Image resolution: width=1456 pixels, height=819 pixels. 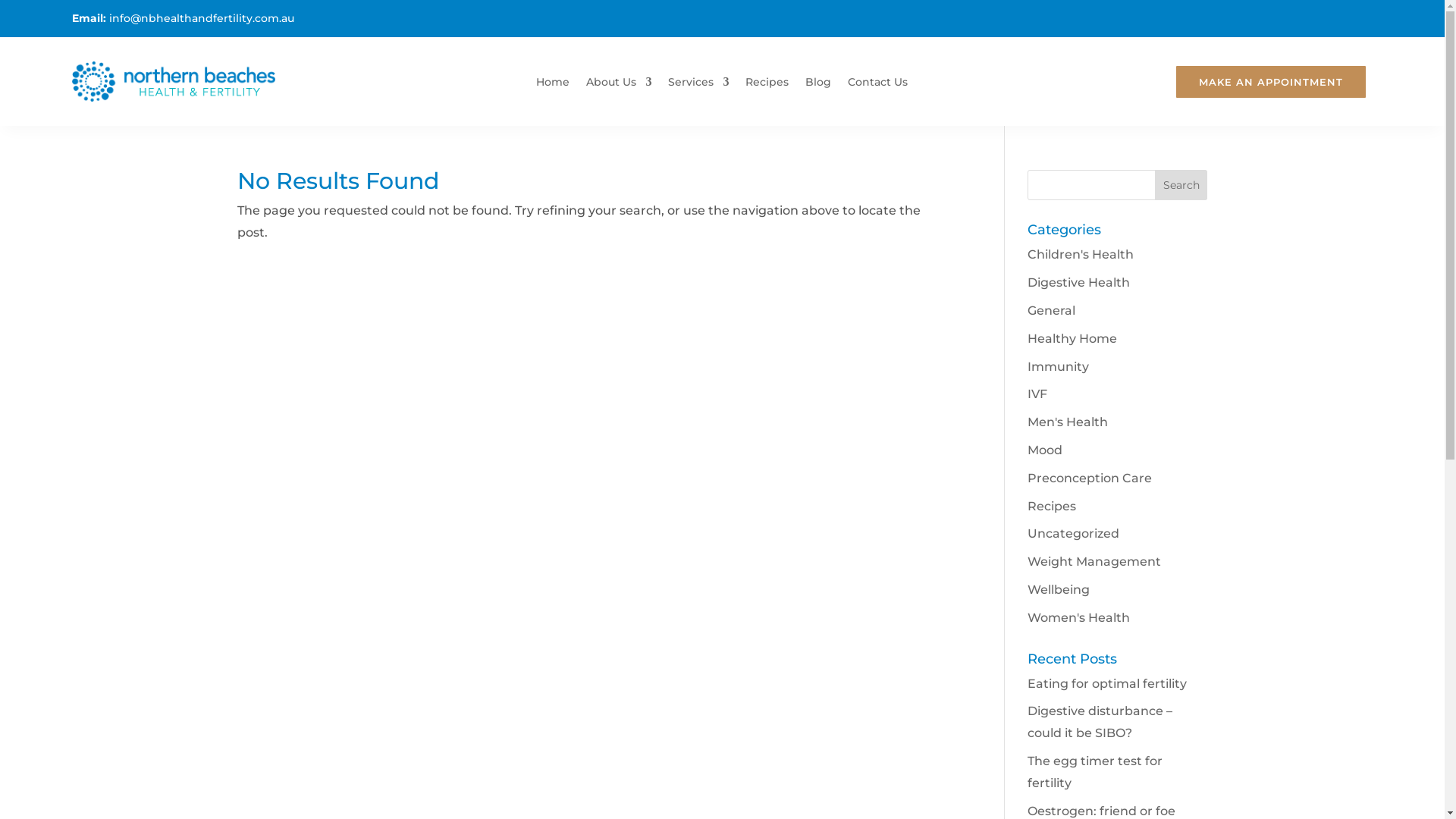 I want to click on 'Uncategorized', so click(x=1027, y=532).